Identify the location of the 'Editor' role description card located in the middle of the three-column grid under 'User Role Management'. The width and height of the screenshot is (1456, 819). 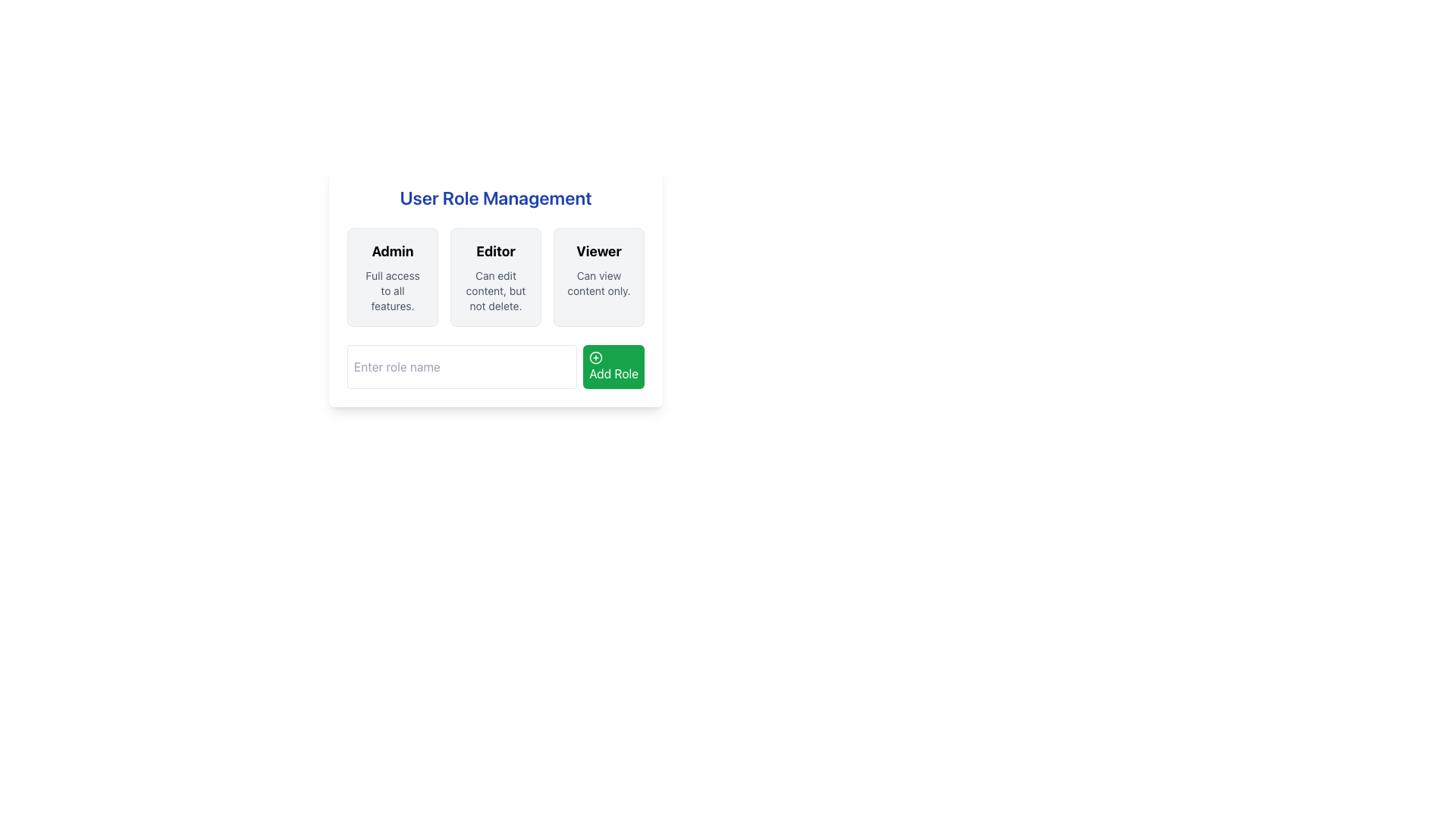
(495, 278).